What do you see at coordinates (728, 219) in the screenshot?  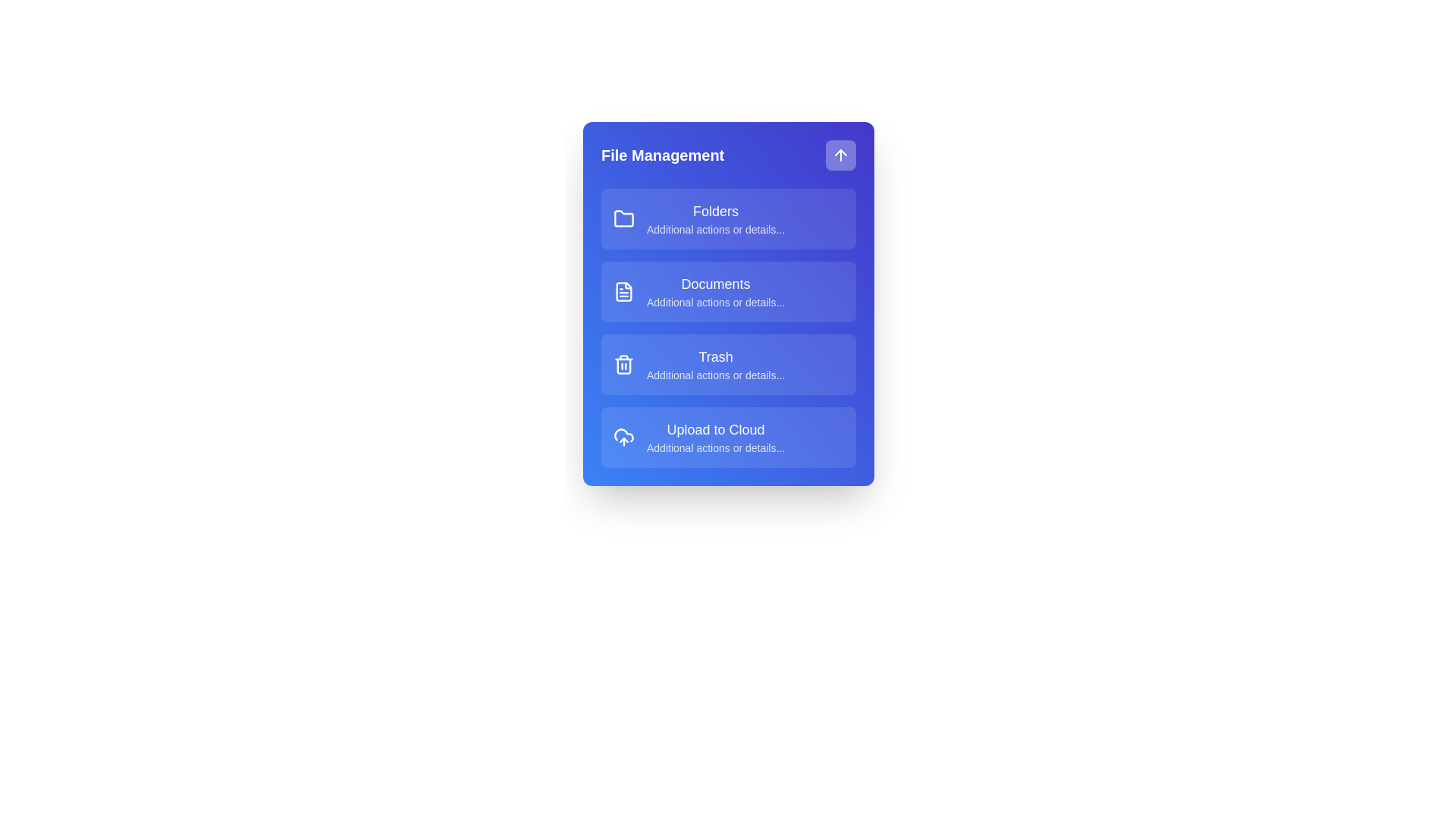 I see `the menu item Folders by clicking on it` at bounding box center [728, 219].